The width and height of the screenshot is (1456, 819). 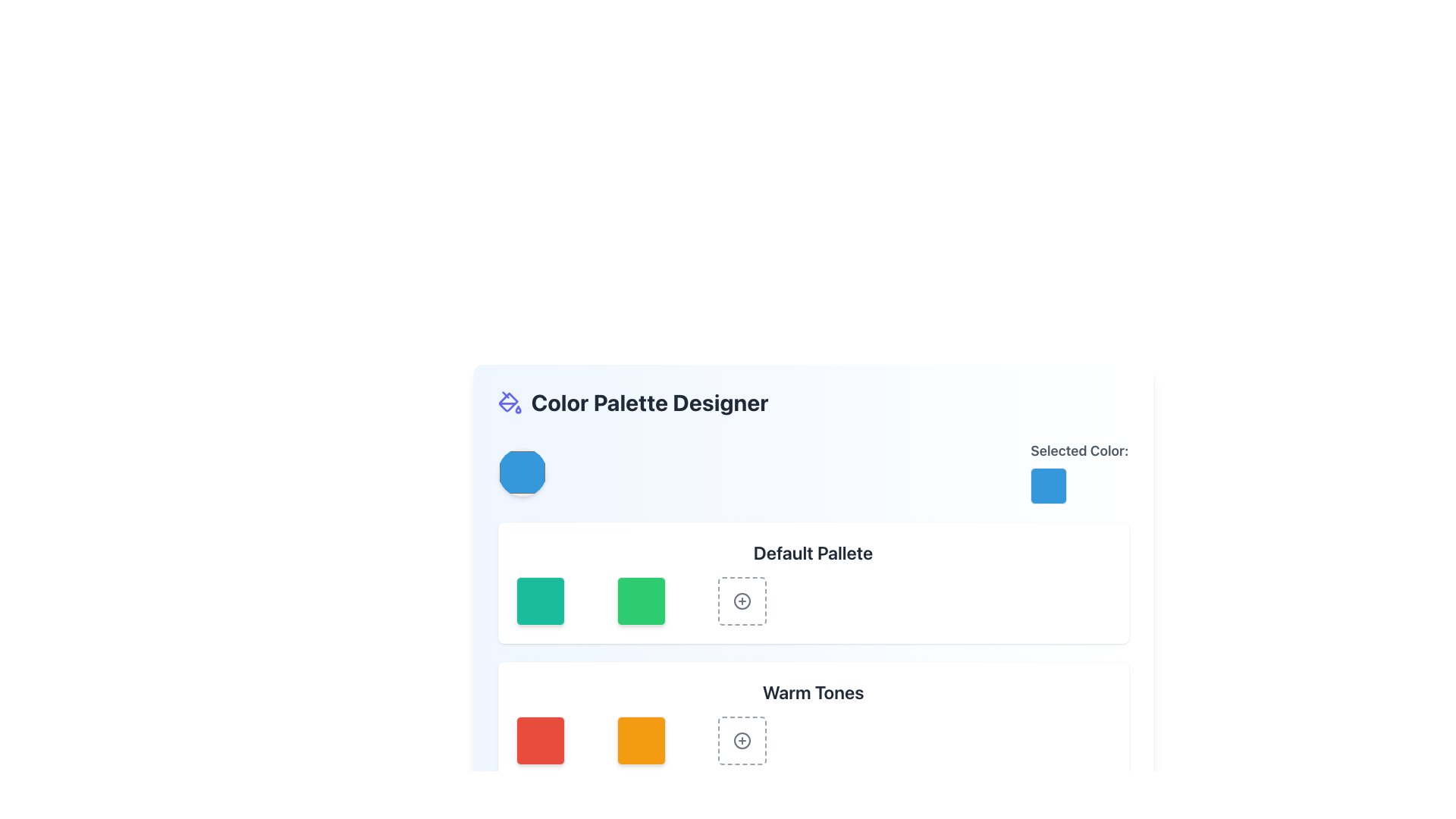 What do you see at coordinates (661, 739) in the screenshot?
I see `the second color palette button in the 'Warm Tones' section` at bounding box center [661, 739].